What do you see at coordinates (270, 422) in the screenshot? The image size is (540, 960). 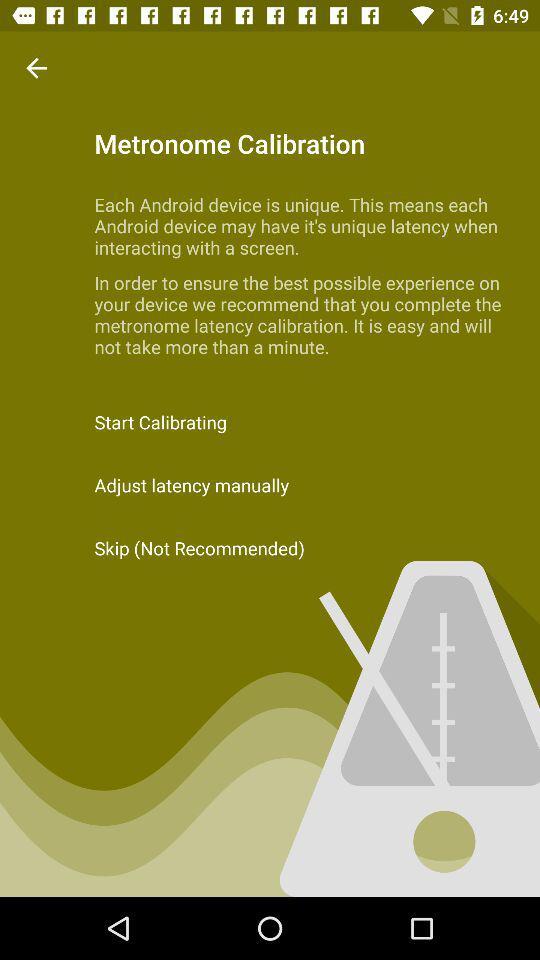 I see `start calibrating` at bounding box center [270, 422].